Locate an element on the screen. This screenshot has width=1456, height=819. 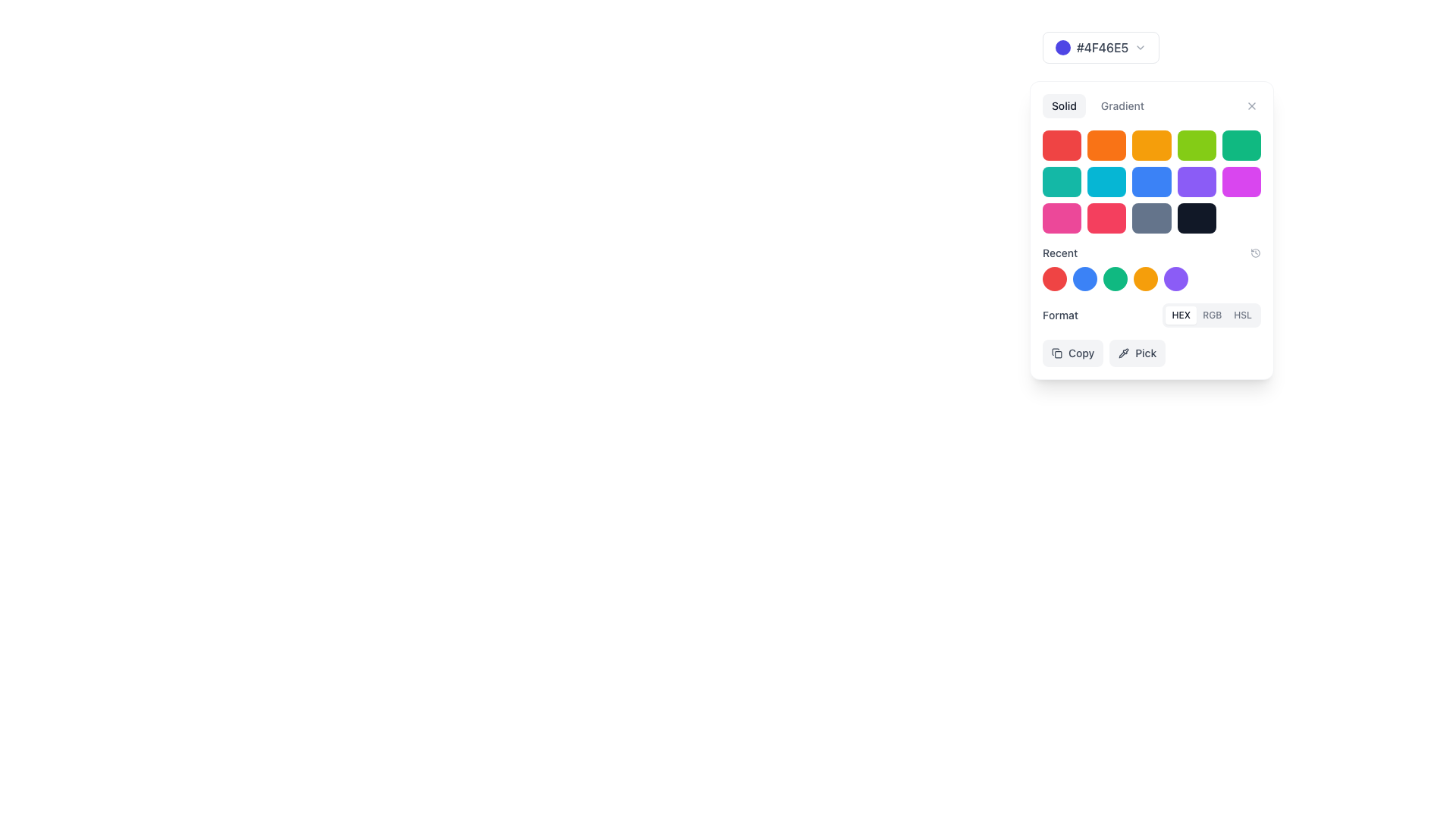
the close 'X' button located at the top-right corner of the color selection panel is located at coordinates (1252, 105).